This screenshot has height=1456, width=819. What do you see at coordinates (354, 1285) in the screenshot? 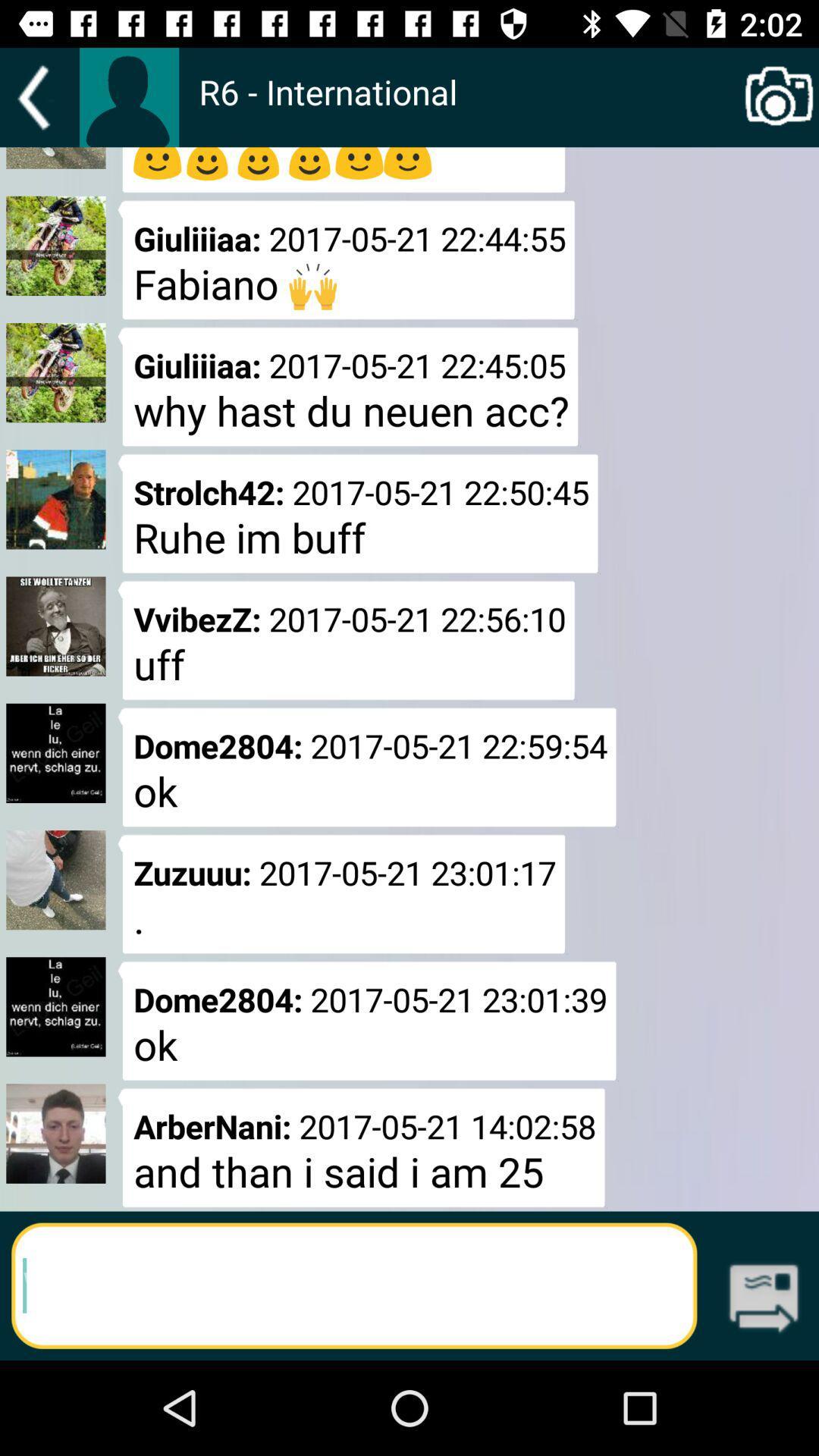
I see `search` at bounding box center [354, 1285].